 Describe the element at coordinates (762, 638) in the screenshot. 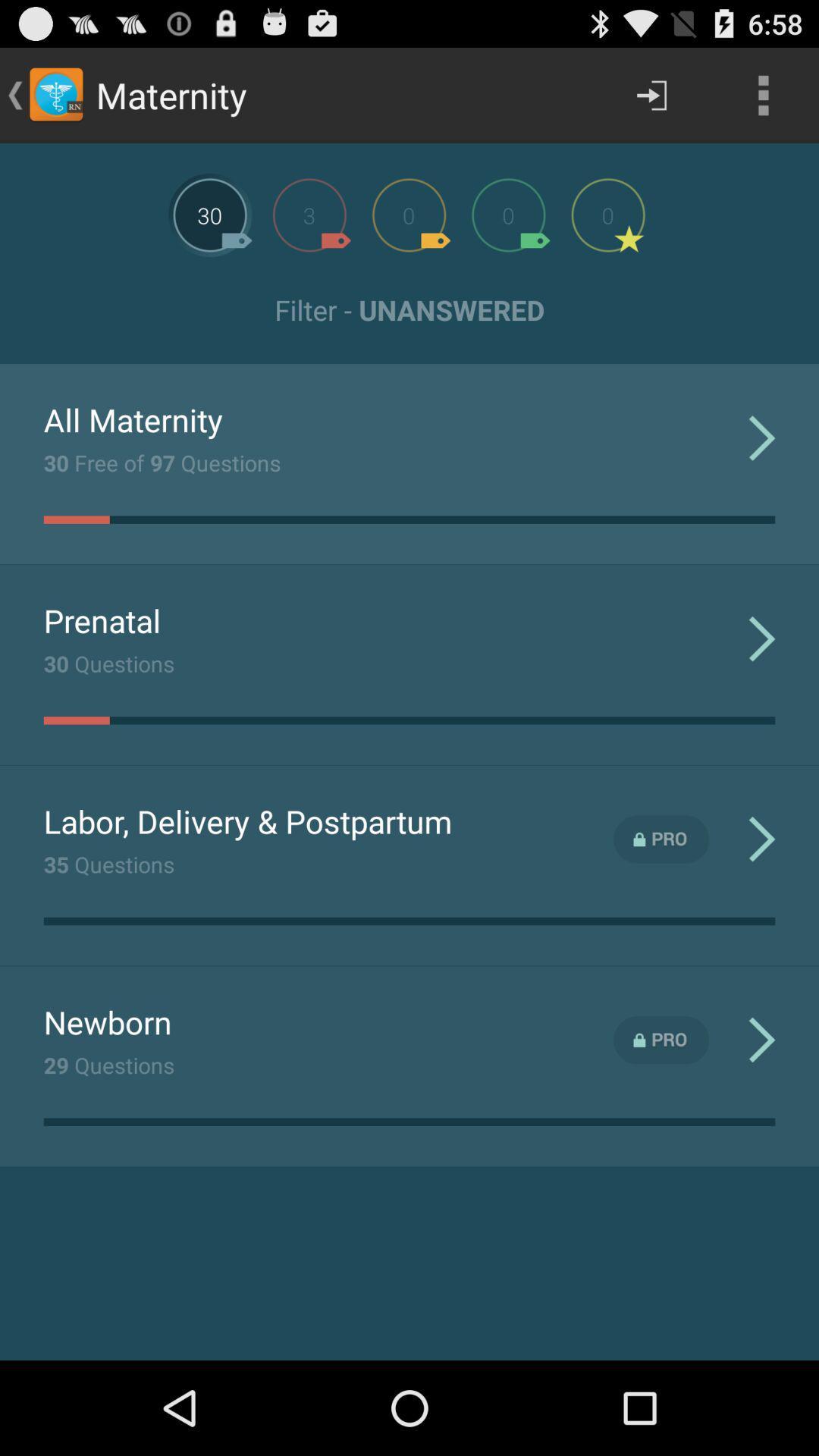

I see `the second arrow` at that location.